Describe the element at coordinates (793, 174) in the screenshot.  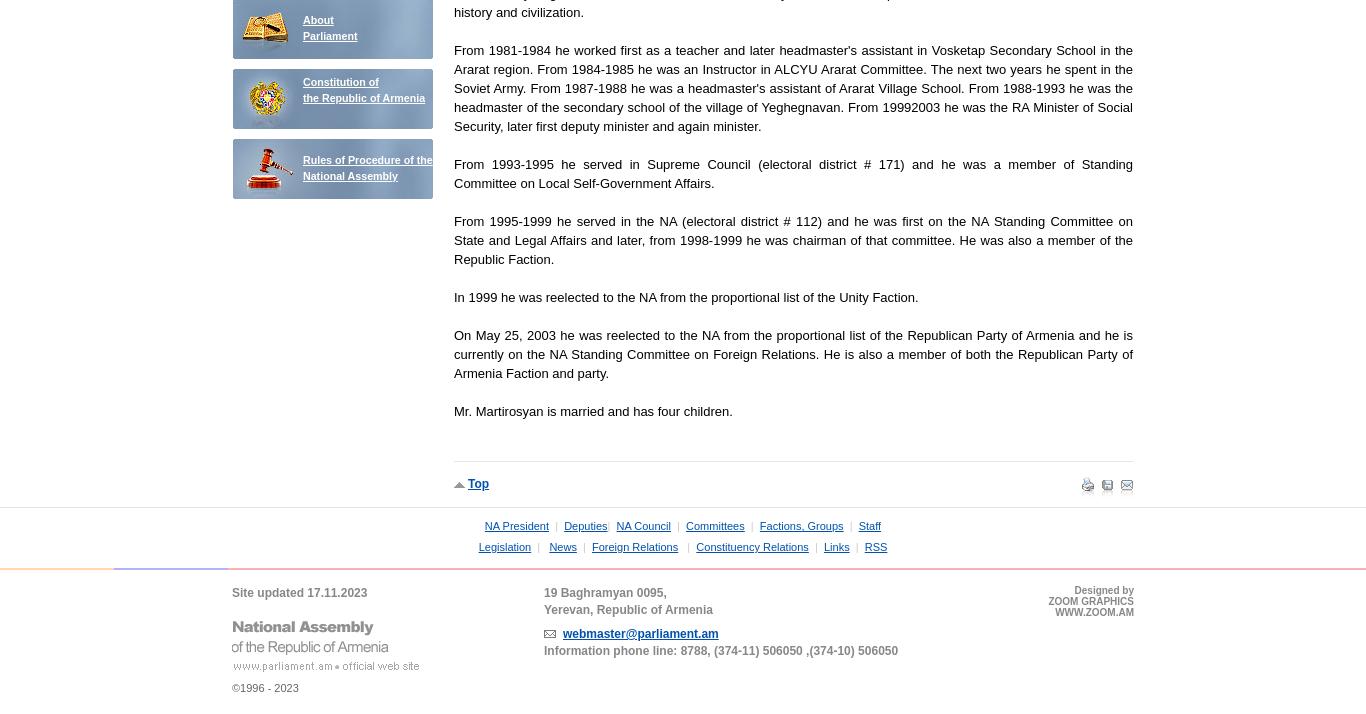
I see `'From 1993-1995 he served in Supreme Council (electoral district # 171) and he was a member of Standing Committee on Local Self-Government Affairs.'` at that location.